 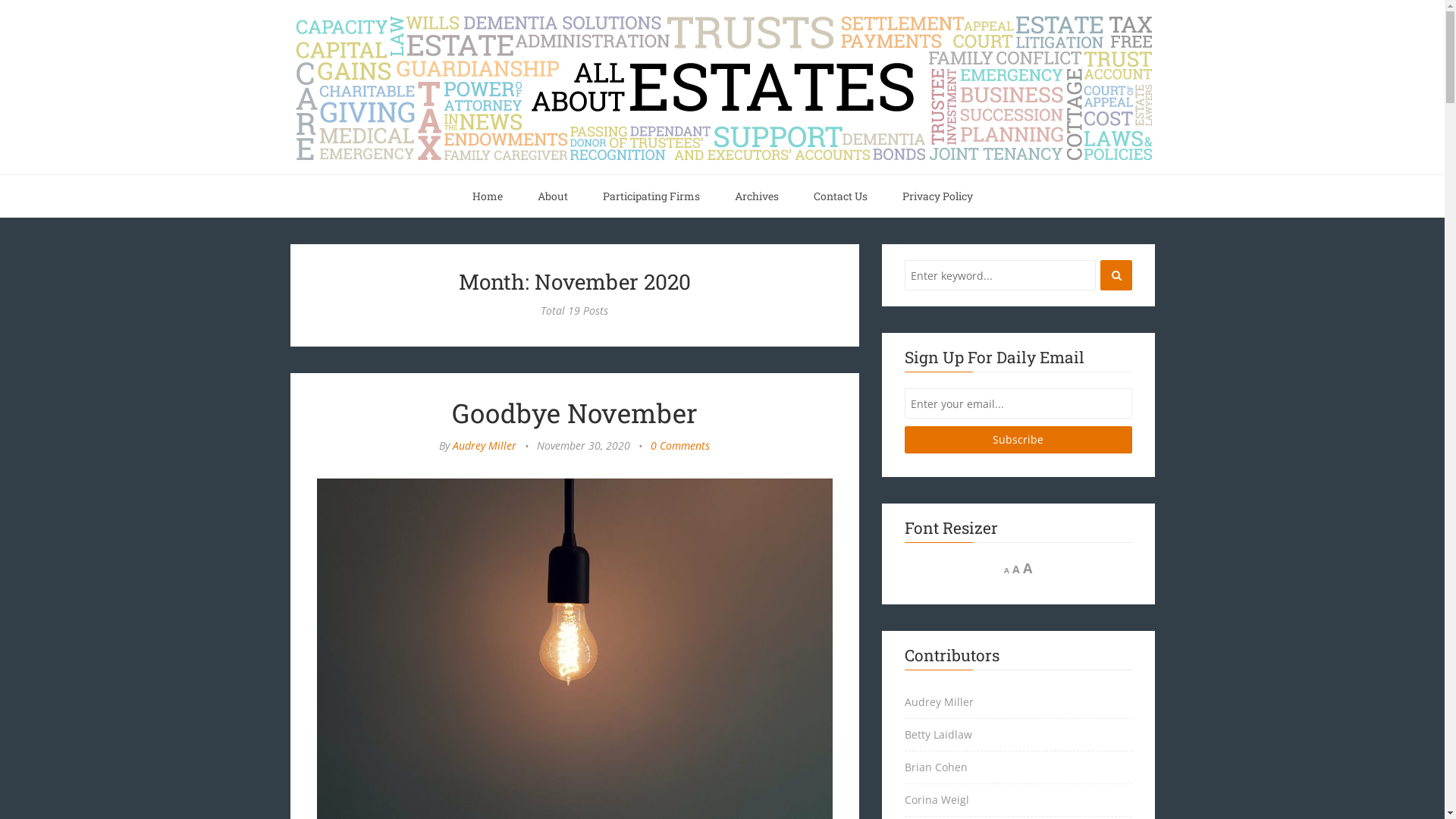 I want to click on 'Betty Laidlaw', so click(x=1018, y=734).